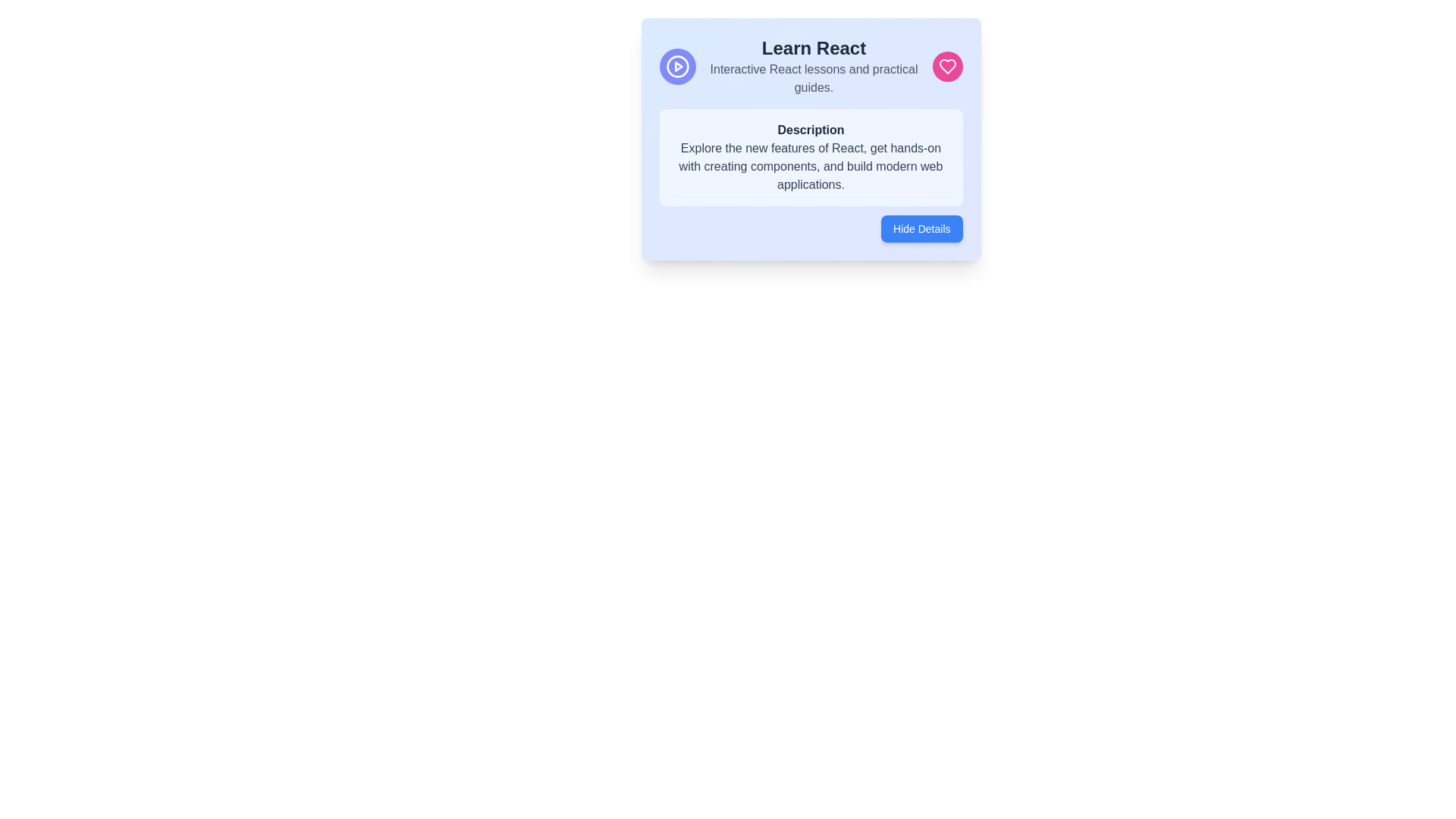  I want to click on the play icon located in the top-left corner of the card, which is associated with triggering video or audio playback for learning features, so click(676, 66).